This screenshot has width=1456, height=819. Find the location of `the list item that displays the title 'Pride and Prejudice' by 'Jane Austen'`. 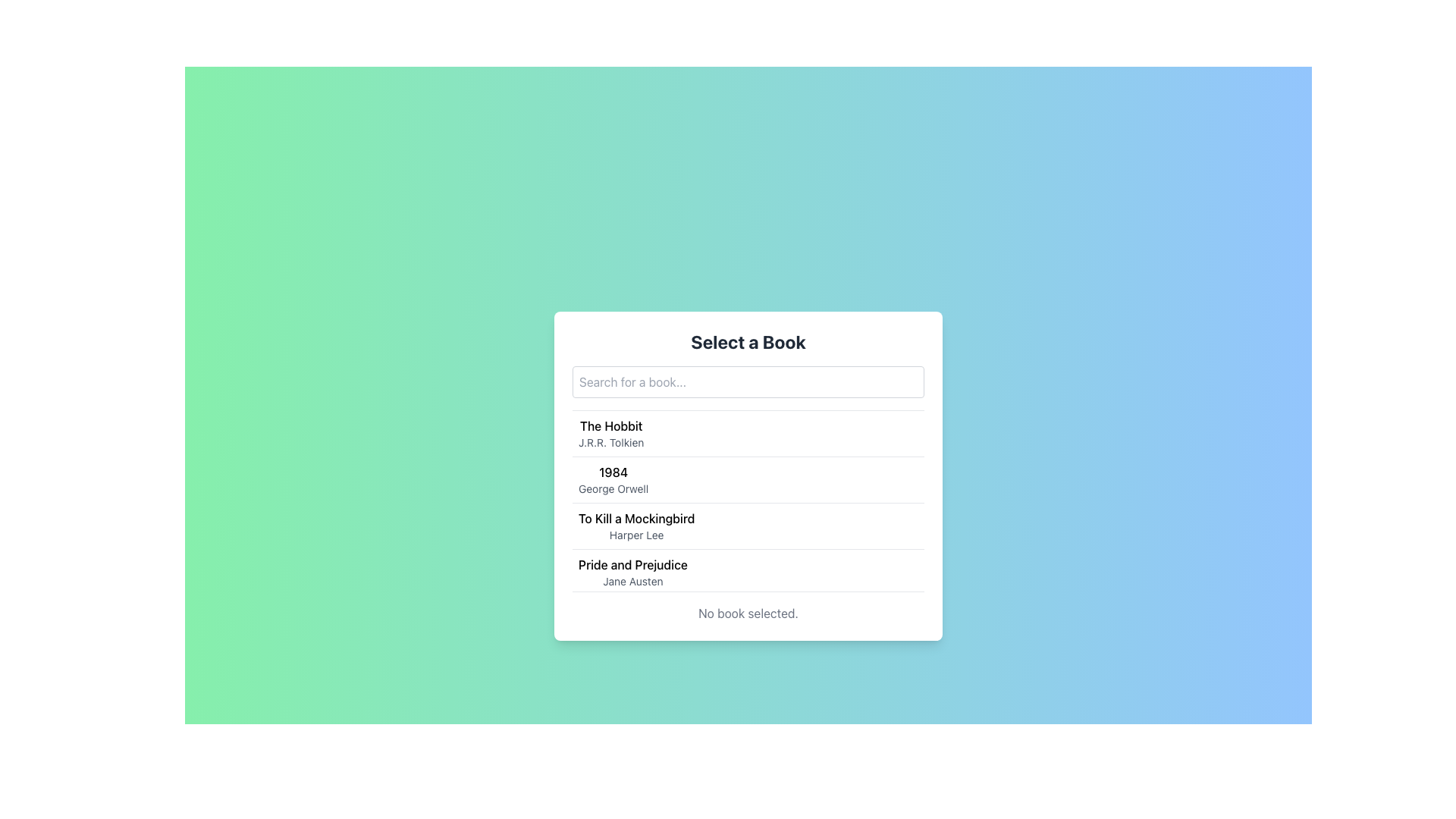

the list item that displays the title 'Pride and Prejudice' by 'Jane Austen' is located at coordinates (748, 571).